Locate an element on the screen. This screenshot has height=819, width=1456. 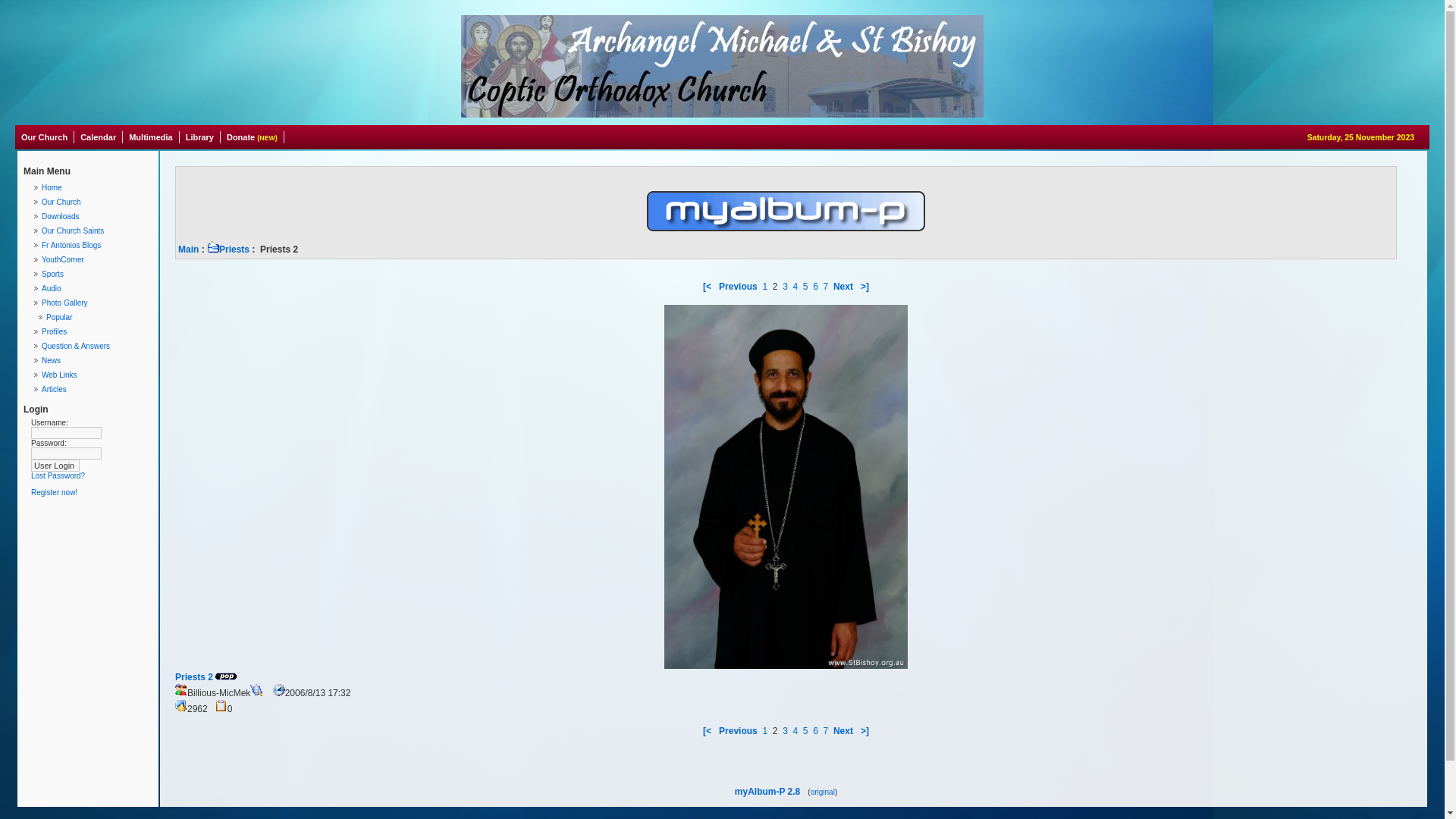
'Main' is located at coordinates (178, 248).